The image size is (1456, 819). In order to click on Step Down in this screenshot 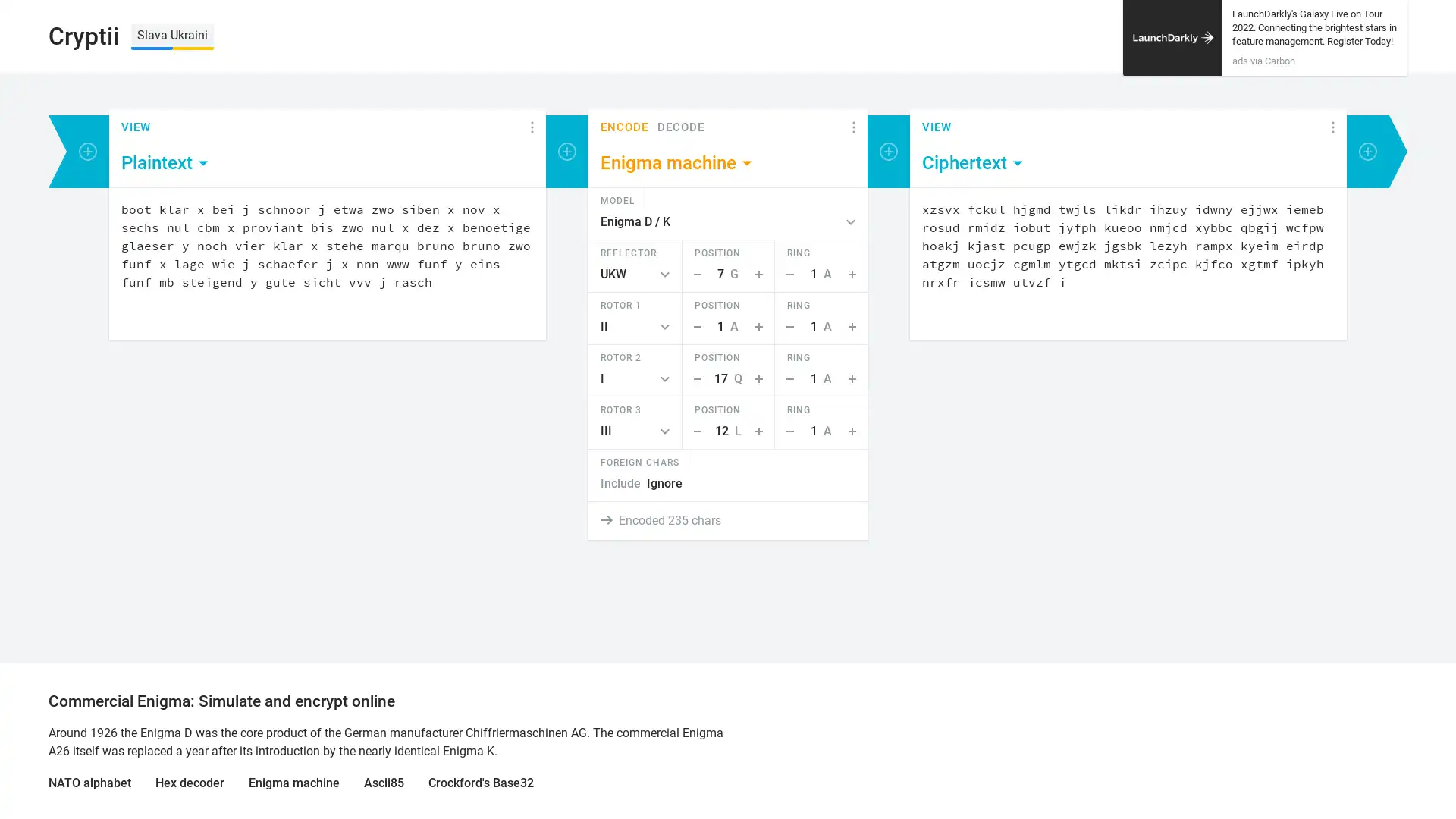, I will do `click(786, 431)`.